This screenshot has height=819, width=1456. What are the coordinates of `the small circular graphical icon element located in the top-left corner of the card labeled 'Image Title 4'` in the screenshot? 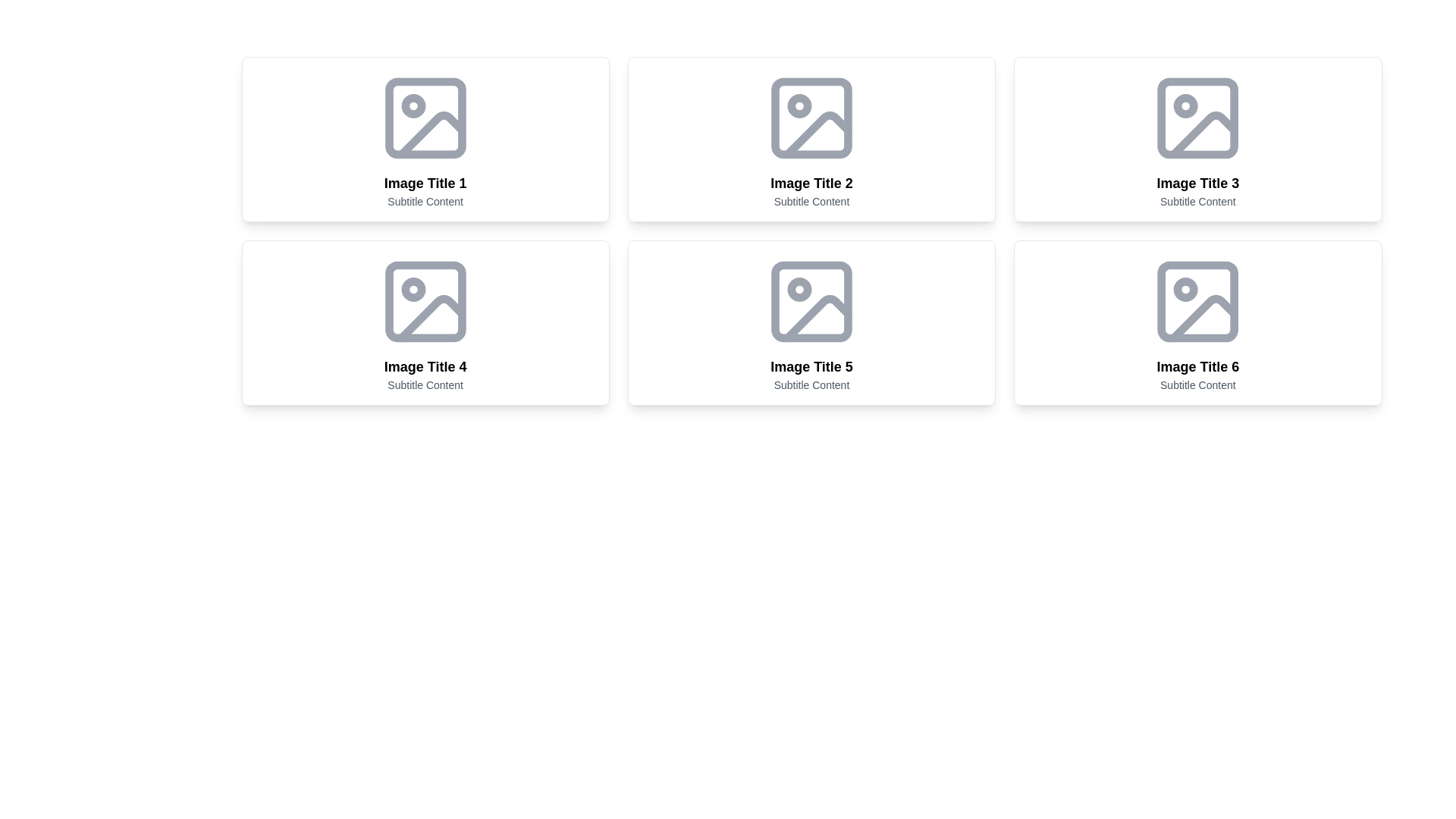 It's located at (413, 289).